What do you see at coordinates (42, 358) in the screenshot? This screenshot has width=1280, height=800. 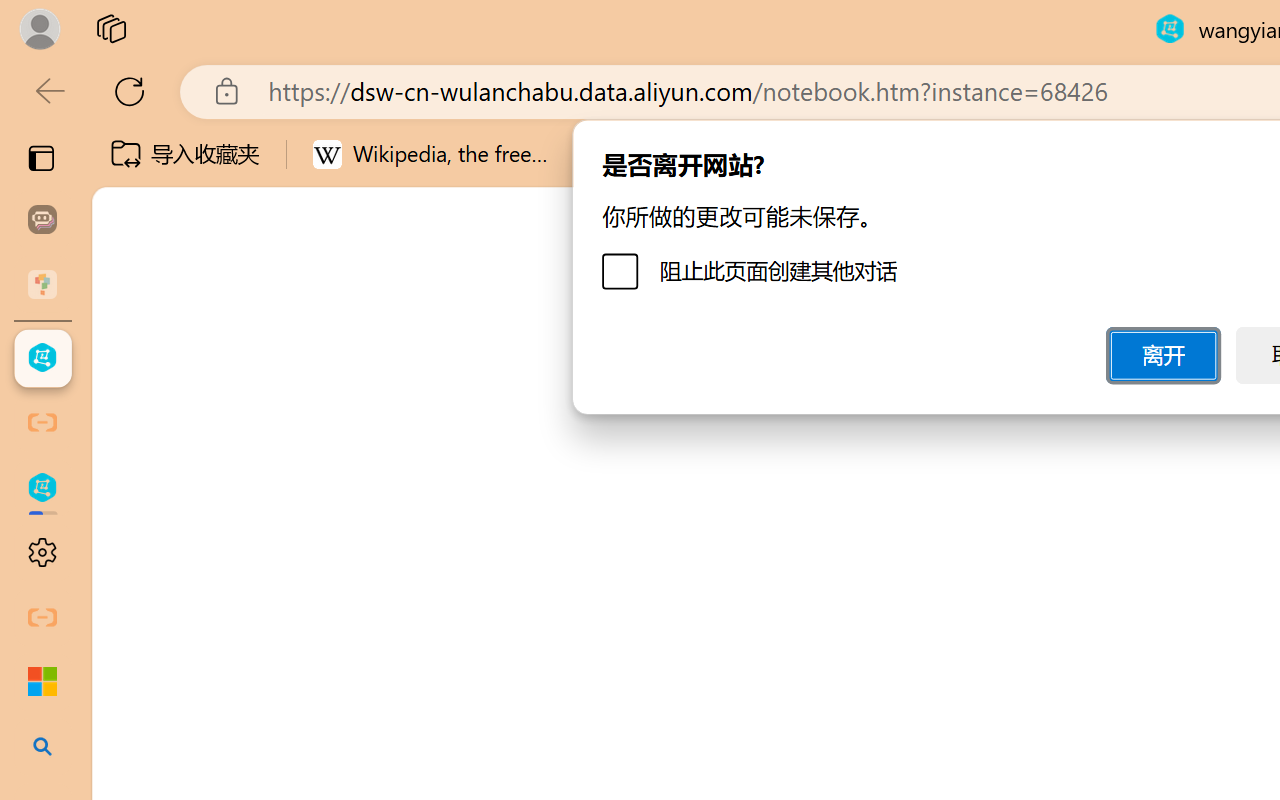 I see `'wangyian_dsw - DSW'` at bounding box center [42, 358].